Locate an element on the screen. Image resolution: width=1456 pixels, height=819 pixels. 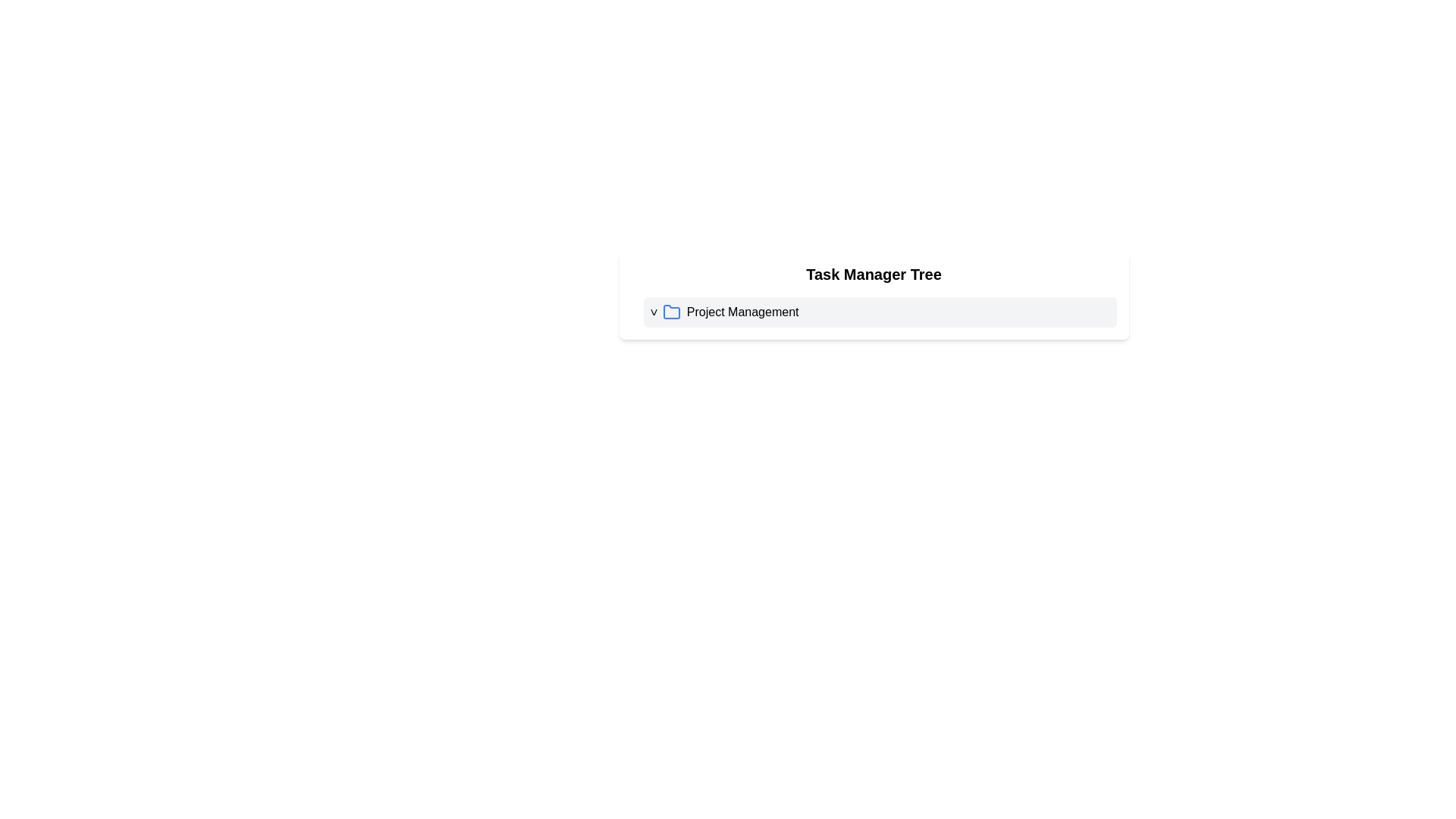
the folder icon located in the 'Task Manager Tree' interface, immediately to the left of the 'Project Management' text is located at coordinates (670, 311).